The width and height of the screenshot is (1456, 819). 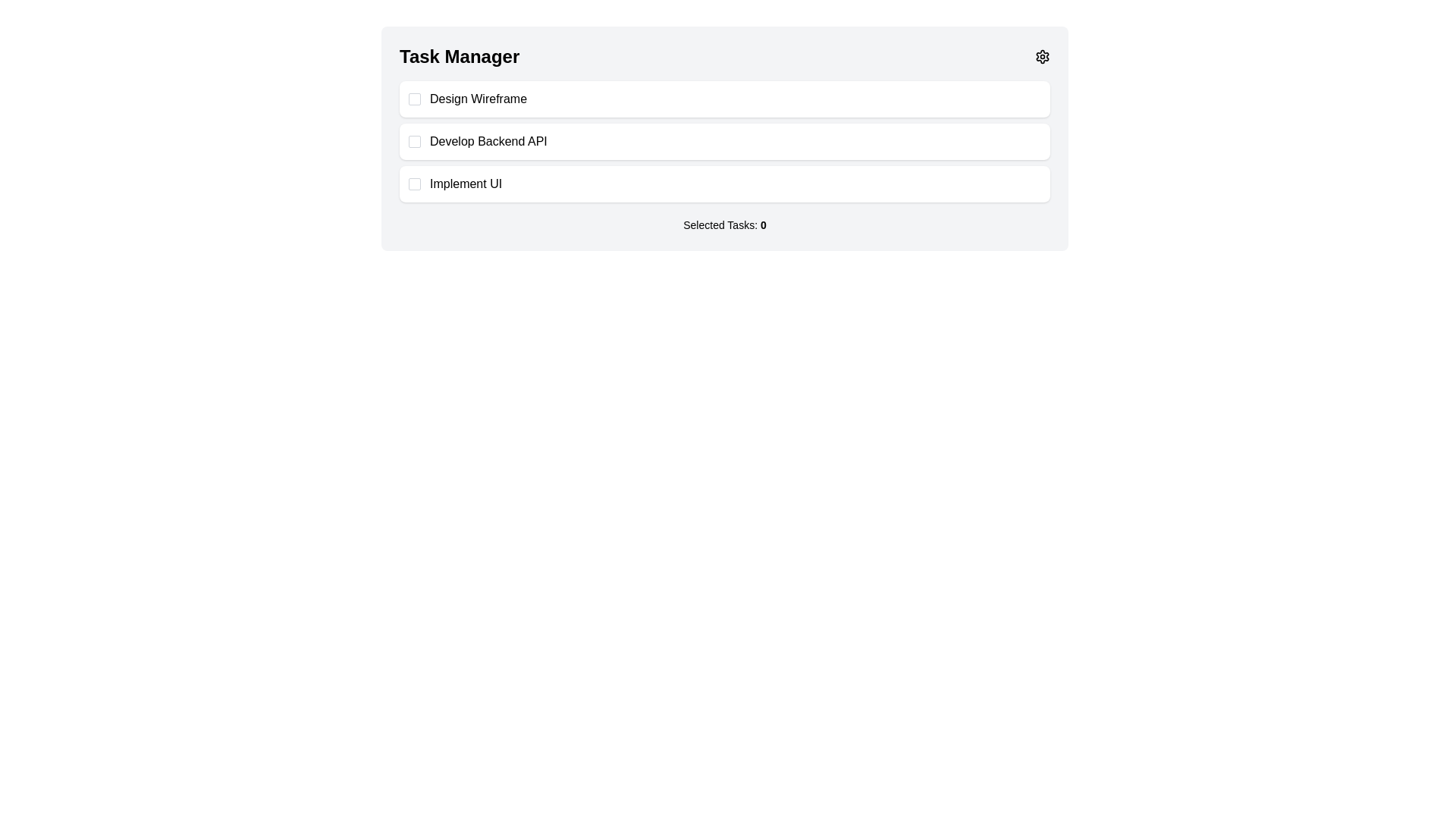 What do you see at coordinates (723, 225) in the screenshot?
I see `the Text Label that indicates the number of tasks selected by the user in the Task Manager box` at bounding box center [723, 225].